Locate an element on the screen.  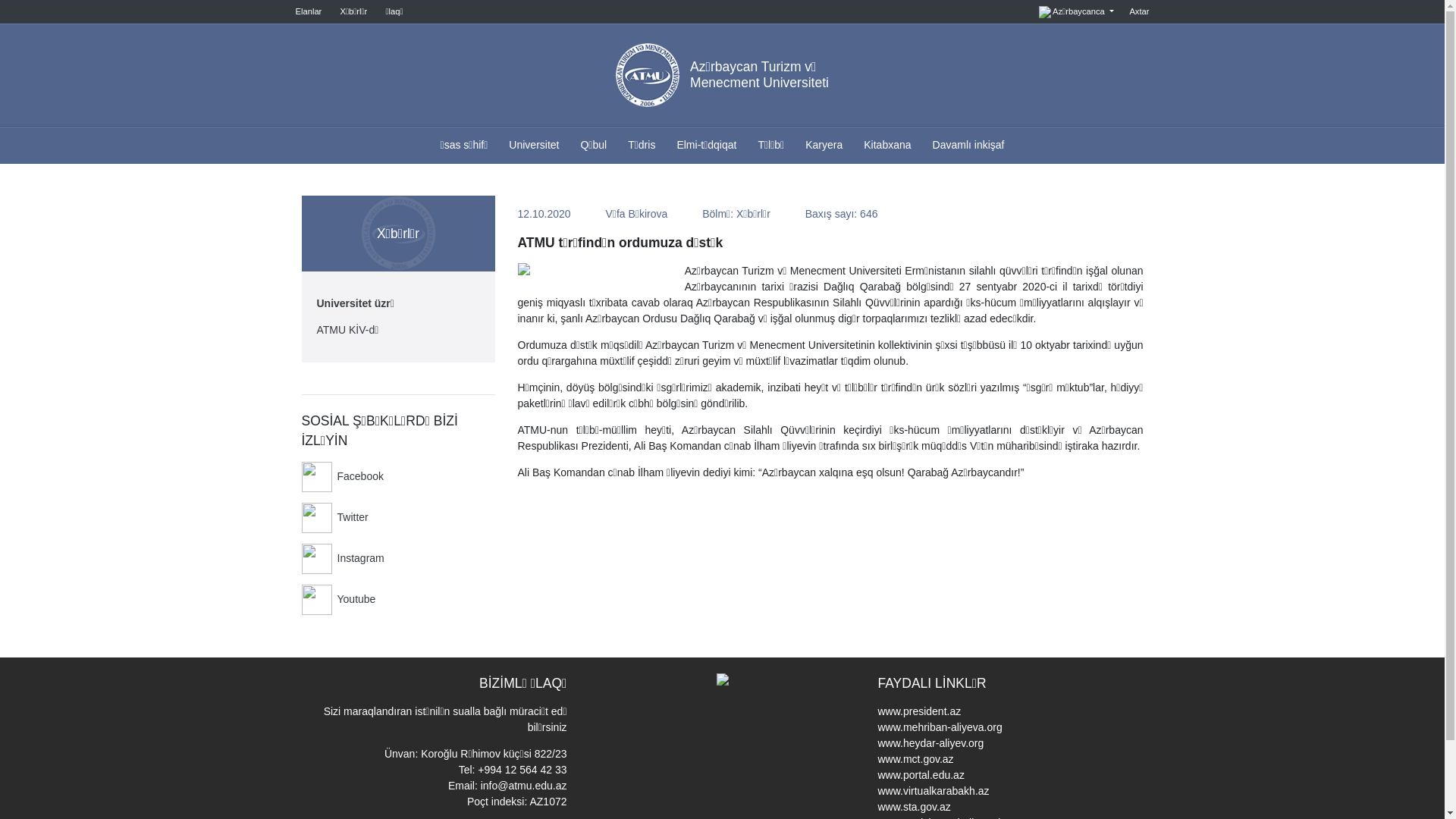
'Universitet' is located at coordinates (534, 145).